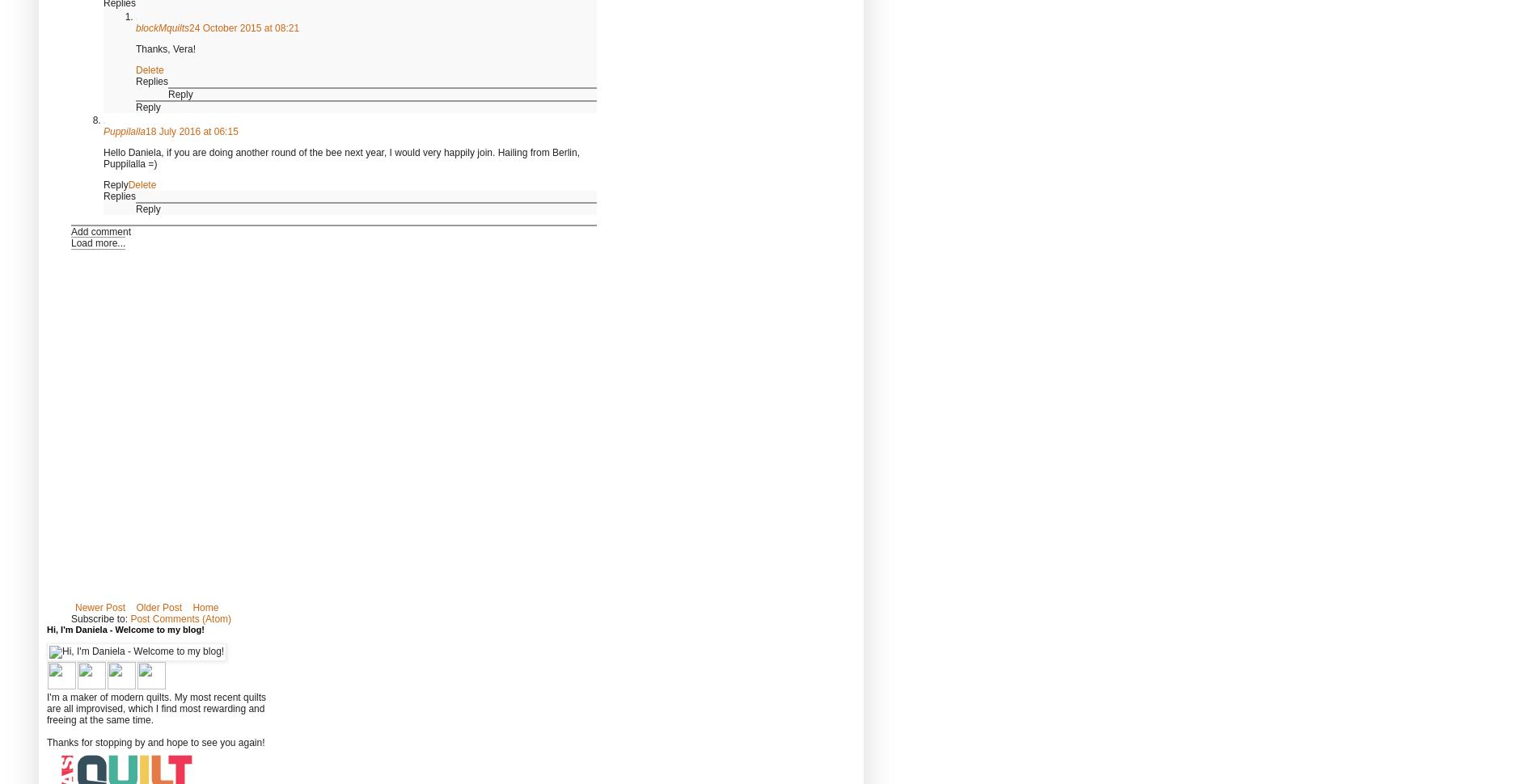 The height and width of the screenshot is (784, 1535). What do you see at coordinates (98, 242) in the screenshot?
I see `'Load more...'` at bounding box center [98, 242].